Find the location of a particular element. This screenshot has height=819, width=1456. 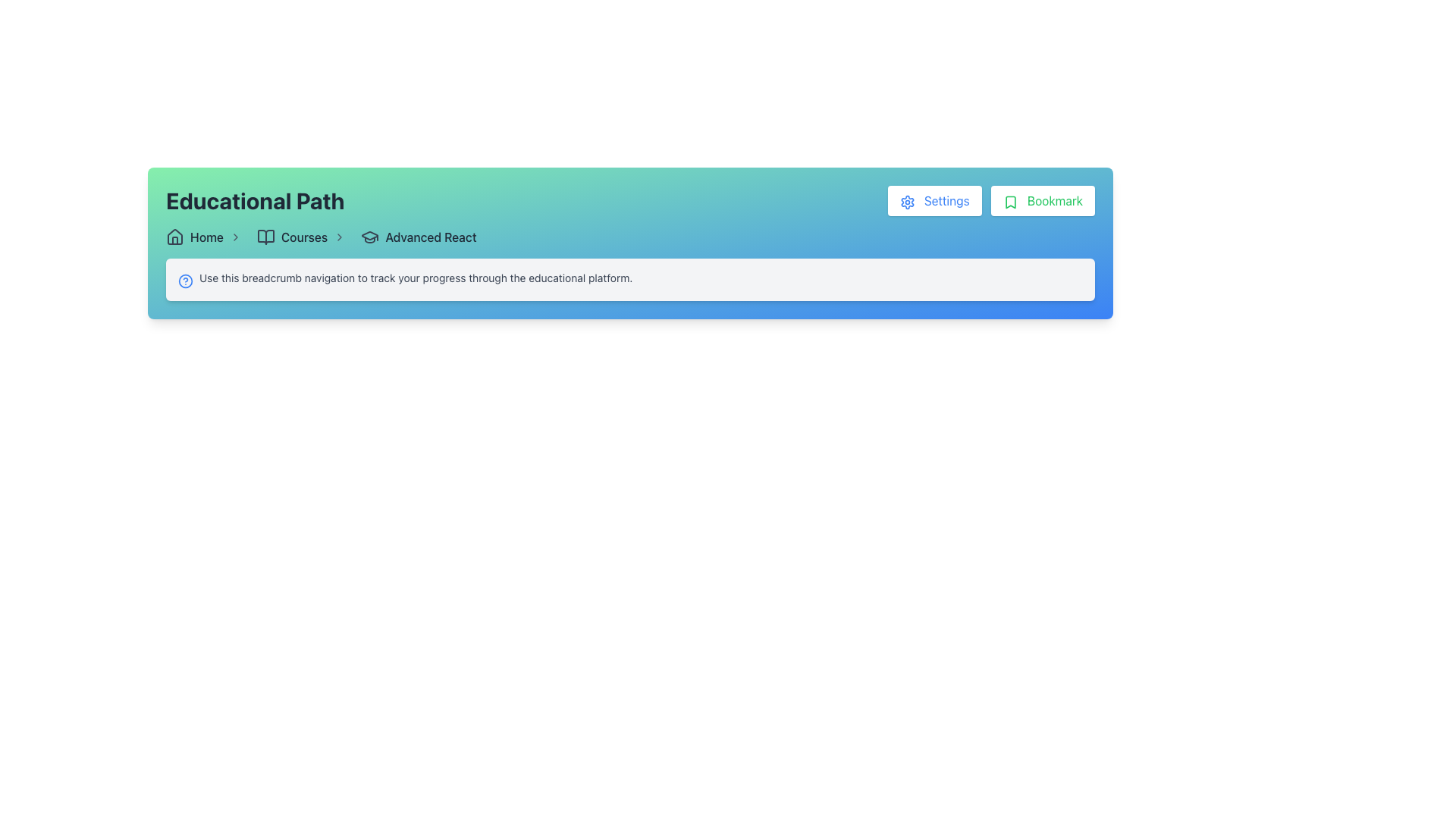

the green bookmark icon located inside the button adjacent to the 'Bookmark' label is located at coordinates (1010, 201).